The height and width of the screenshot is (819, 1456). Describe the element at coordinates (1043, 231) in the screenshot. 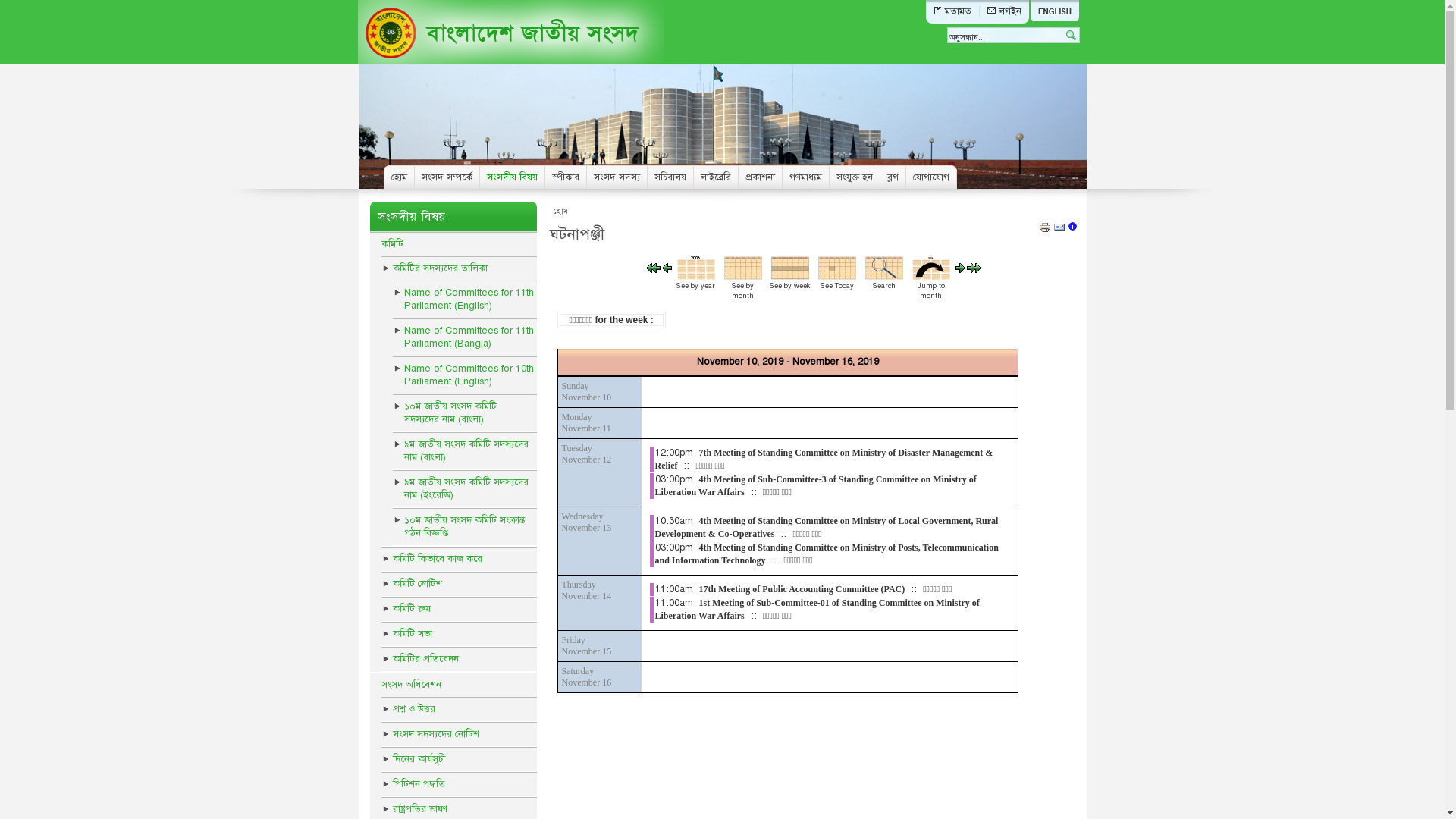

I see `'Print'` at that location.